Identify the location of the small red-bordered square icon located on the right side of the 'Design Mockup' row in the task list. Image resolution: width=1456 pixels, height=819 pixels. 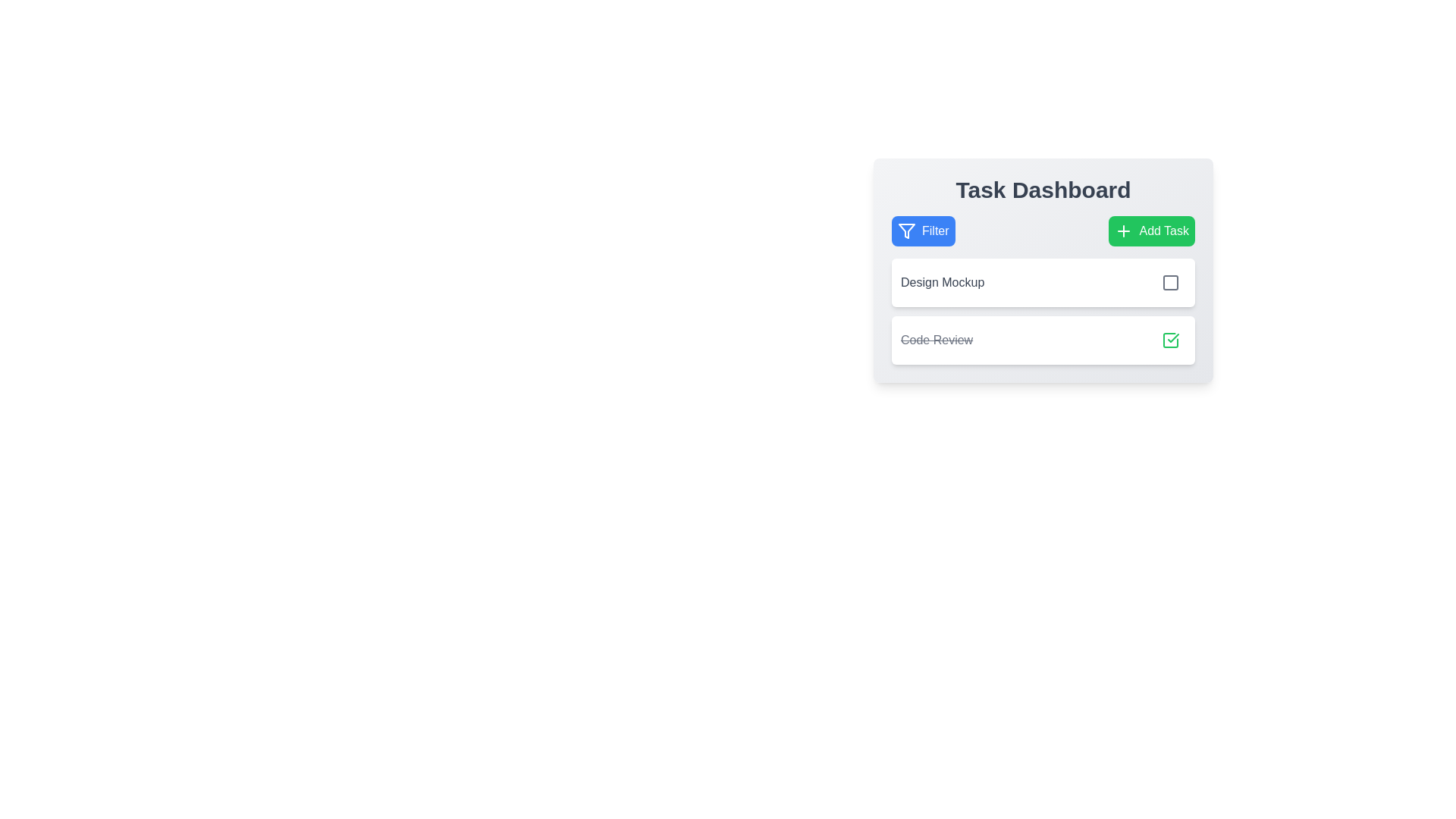
(1170, 283).